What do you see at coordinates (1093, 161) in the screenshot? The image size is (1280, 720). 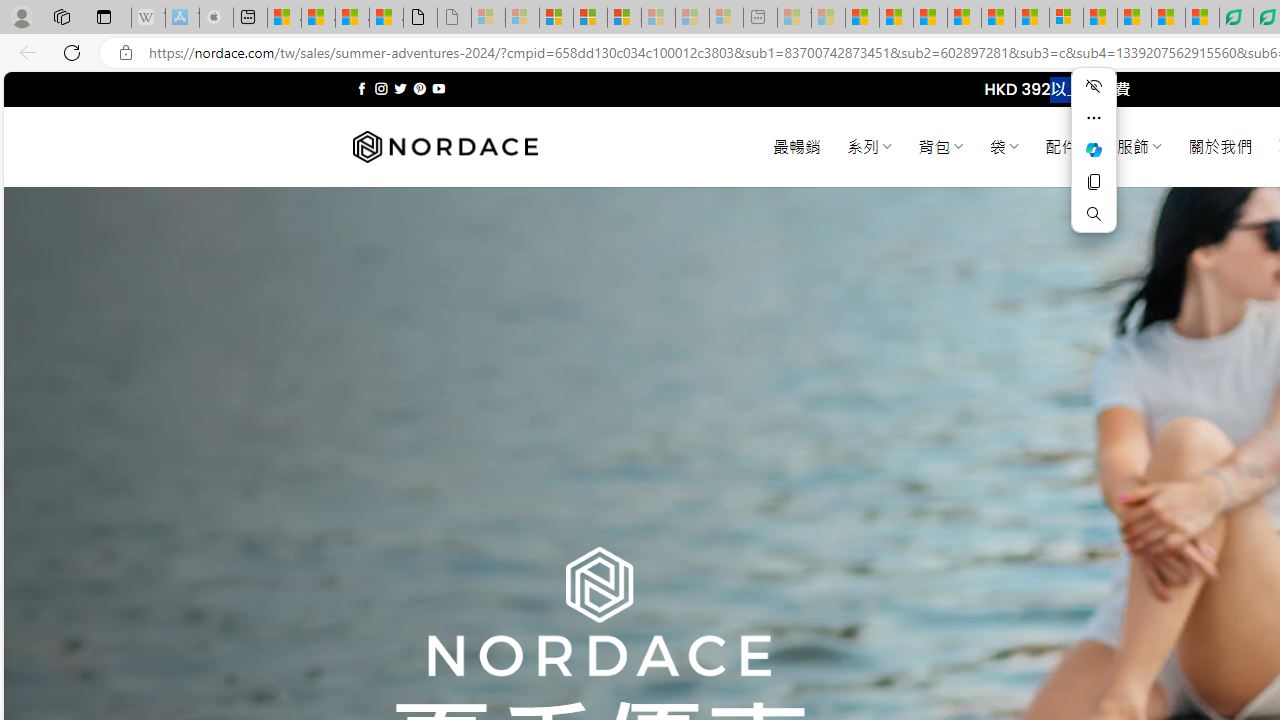 I see `'Mini menu on text selection'` at bounding box center [1093, 161].